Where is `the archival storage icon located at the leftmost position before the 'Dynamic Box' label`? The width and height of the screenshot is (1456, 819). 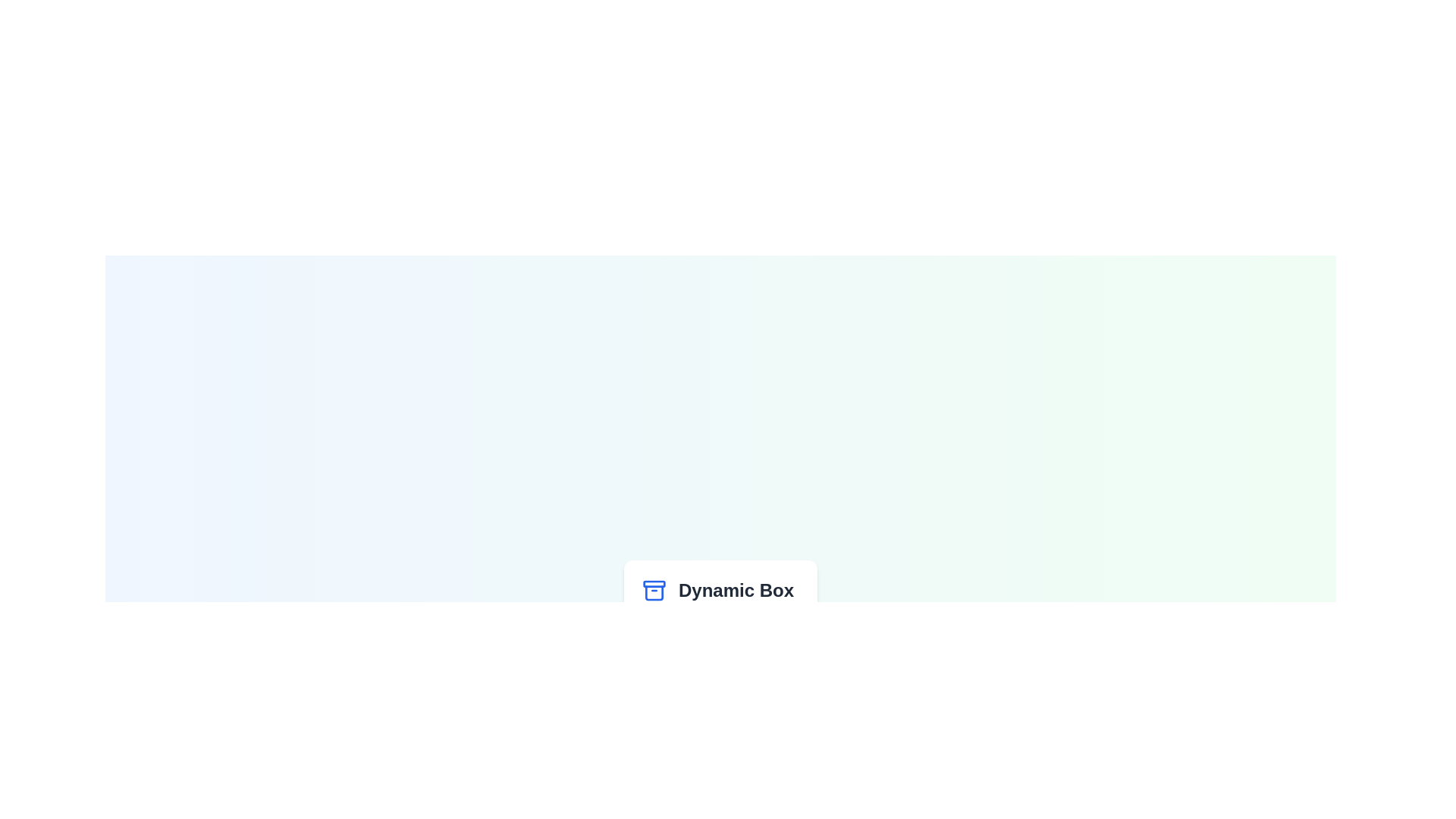
the archival storage icon located at the leftmost position before the 'Dynamic Box' label is located at coordinates (654, 590).